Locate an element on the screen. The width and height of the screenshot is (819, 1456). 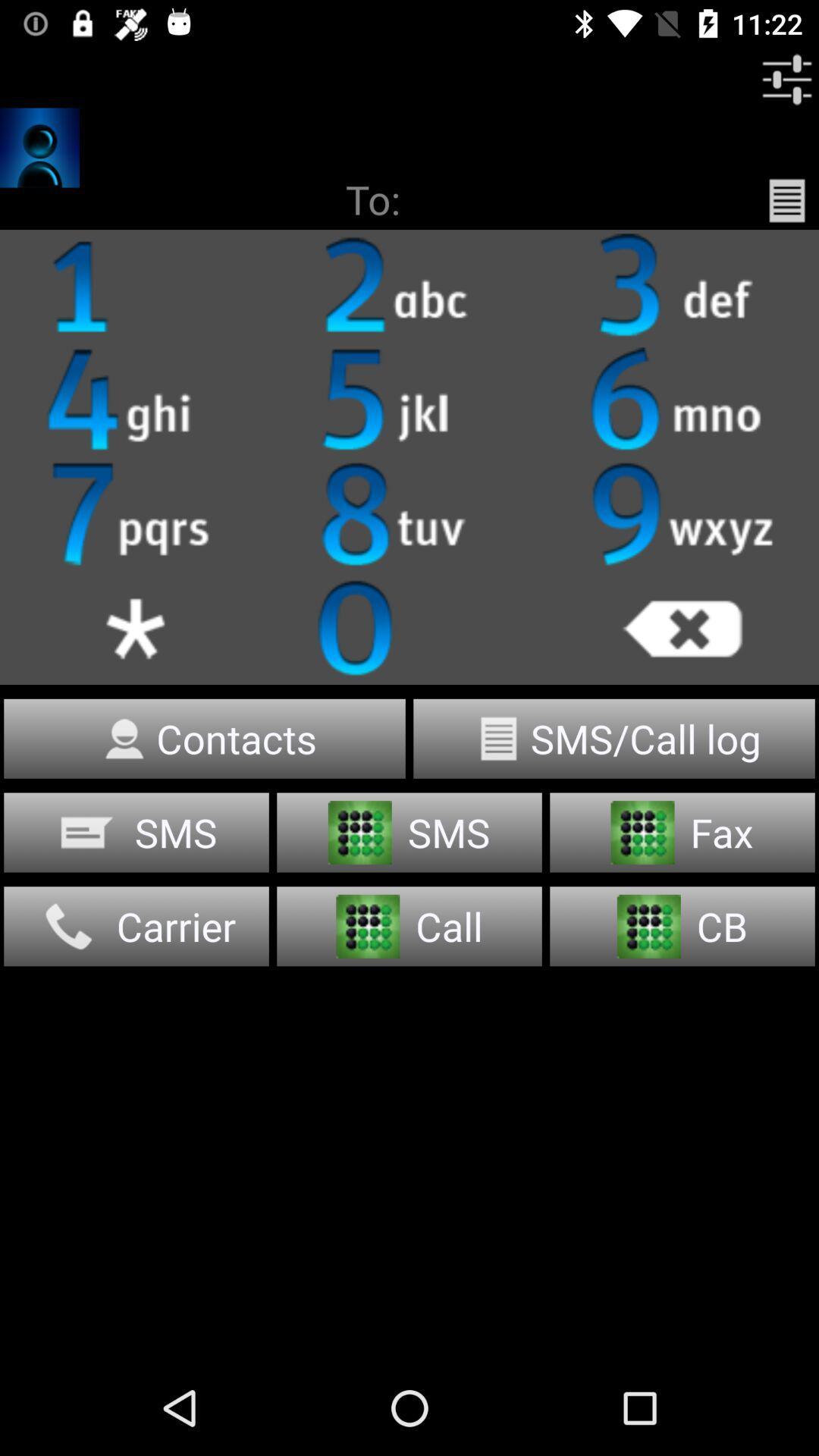
the font icon is located at coordinates (409, 287).